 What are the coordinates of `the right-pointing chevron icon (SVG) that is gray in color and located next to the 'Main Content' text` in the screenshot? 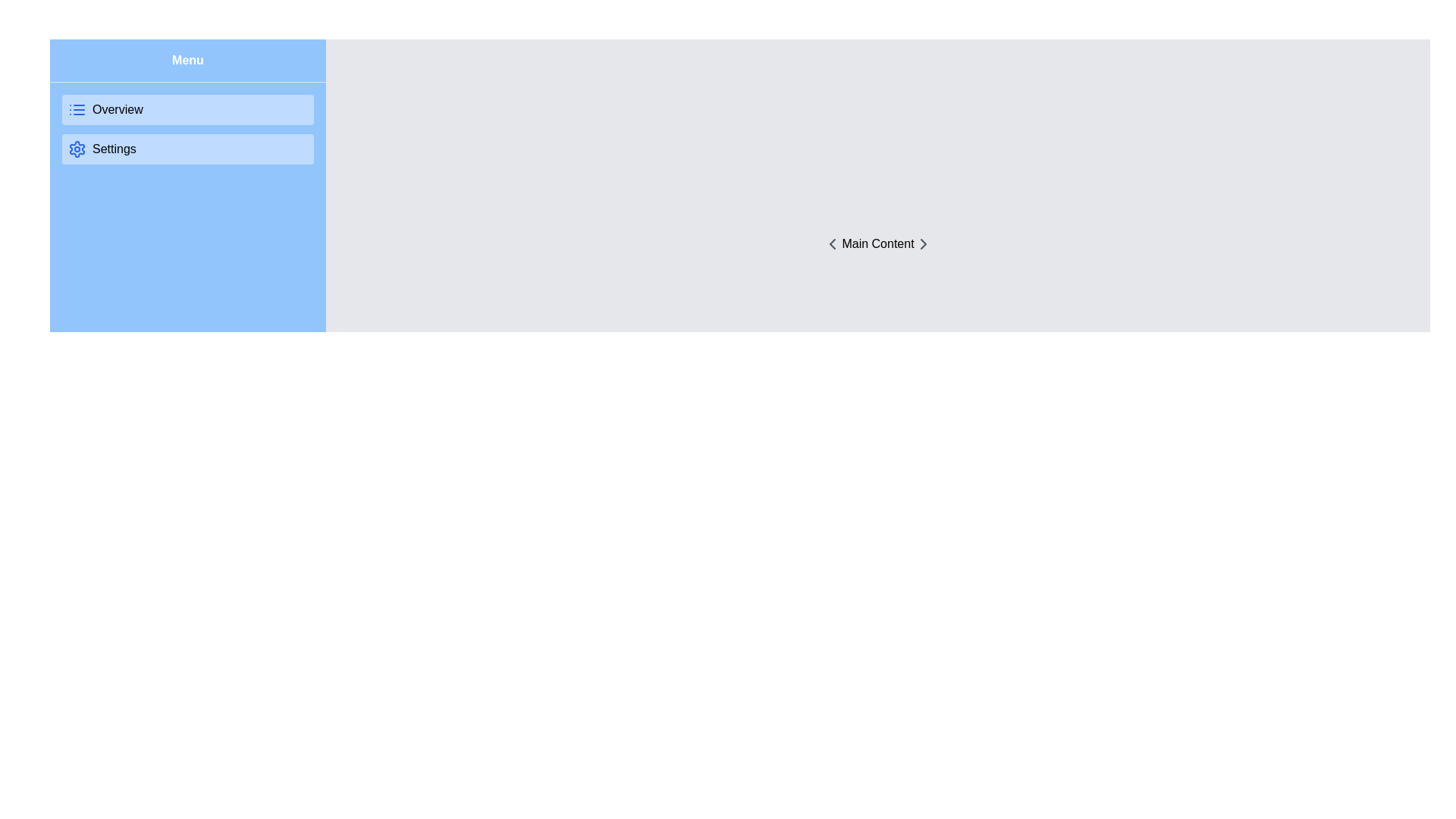 It's located at (922, 243).